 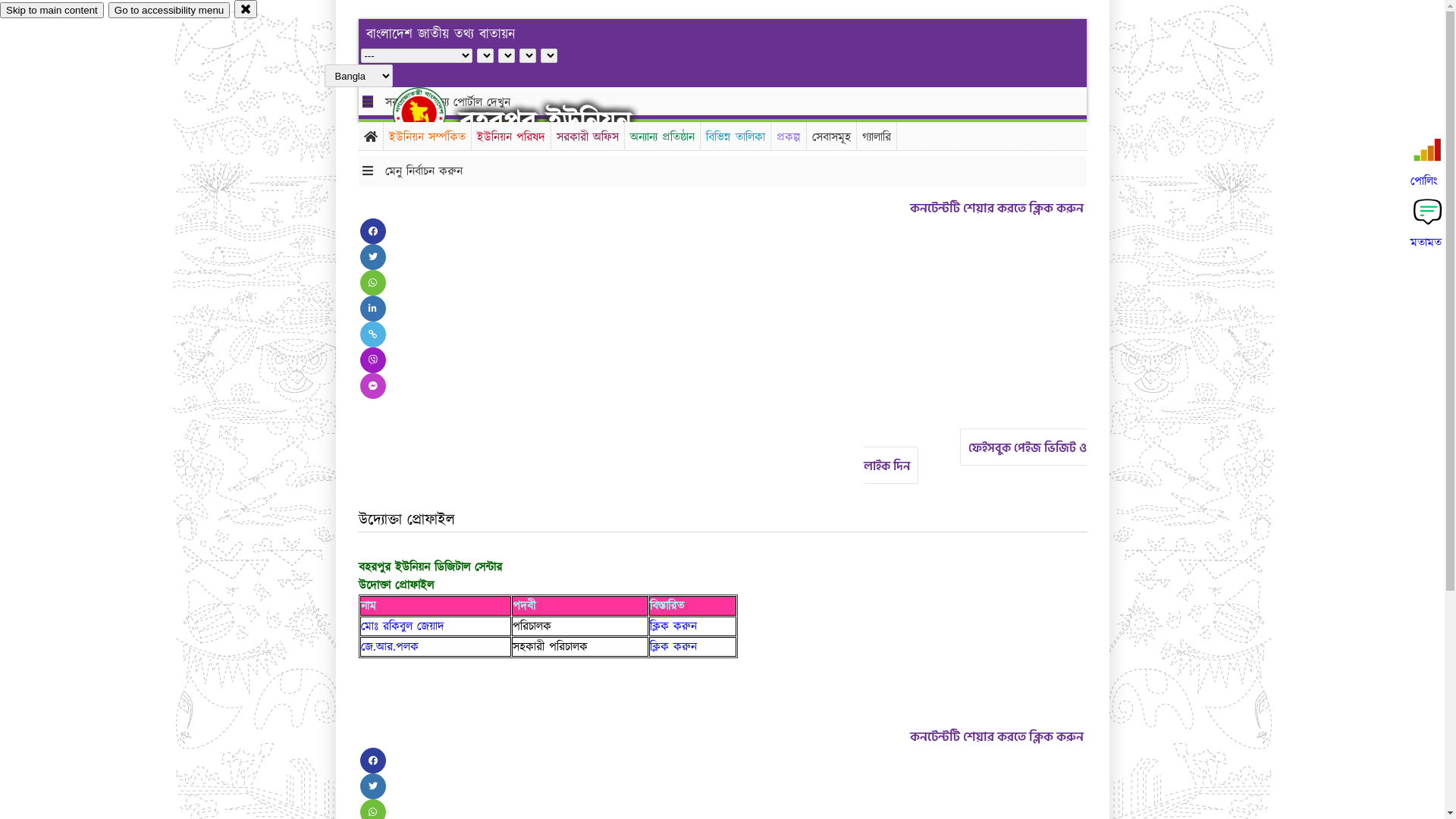 What do you see at coordinates (52, 10) in the screenshot?
I see `'Skip to main content'` at bounding box center [52, 10].